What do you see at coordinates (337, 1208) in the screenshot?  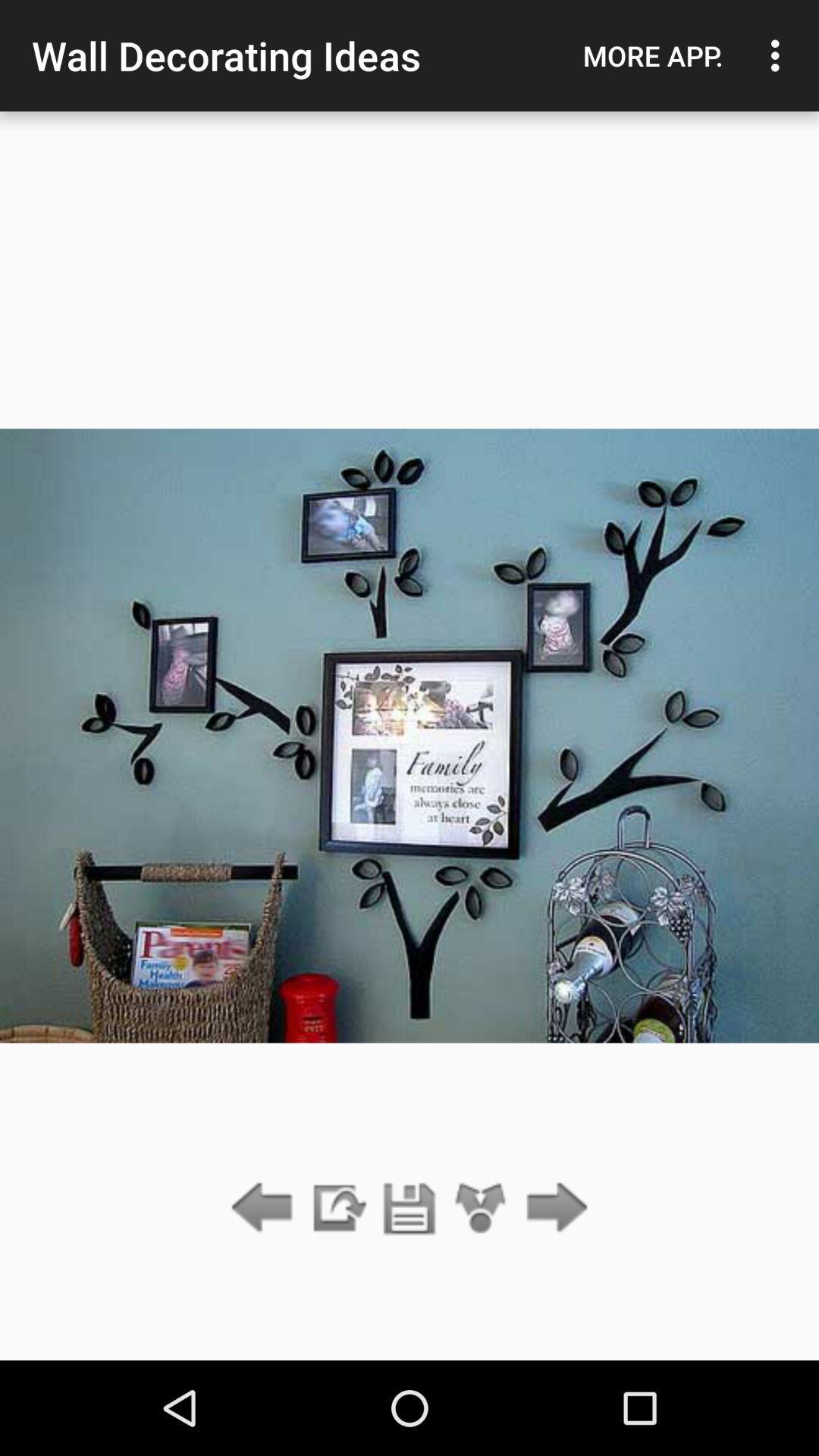 I see `the icon below the wall decorating ideas app` at bounding box center [337, 1208].